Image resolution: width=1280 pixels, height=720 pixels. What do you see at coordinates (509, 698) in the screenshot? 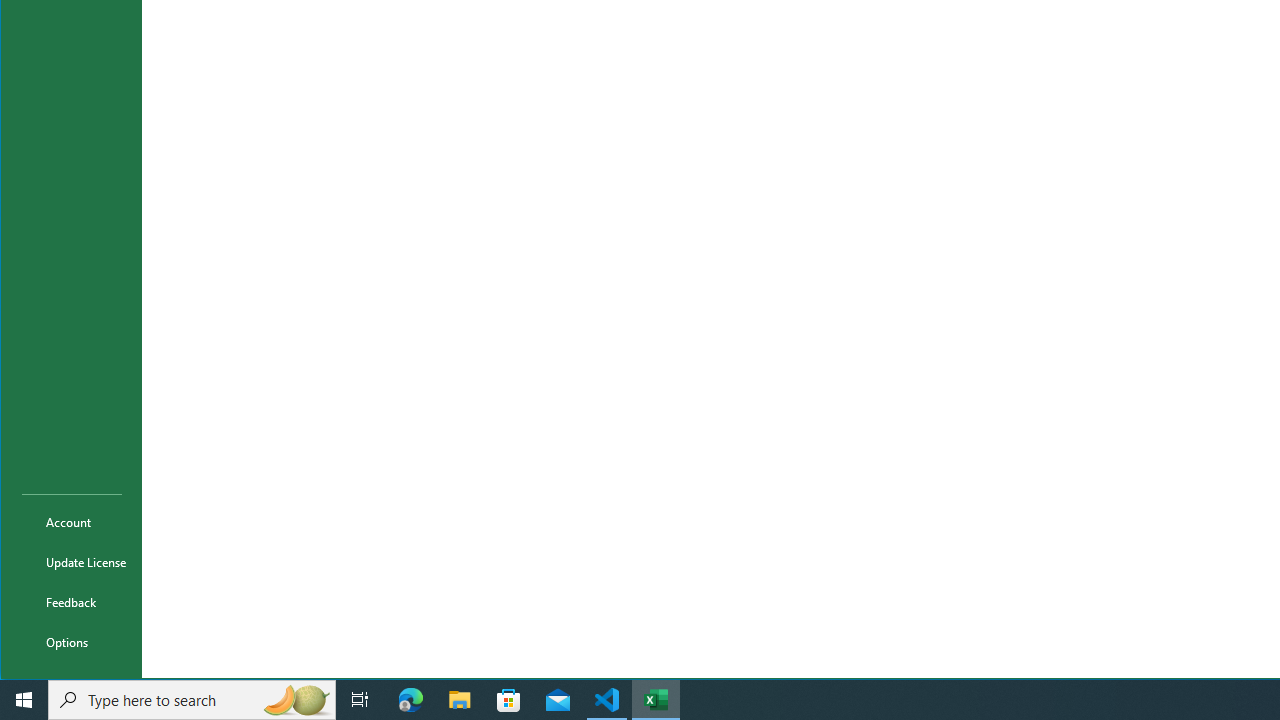
I see `'Microsoft Store'` at bounding box center [509, 698].